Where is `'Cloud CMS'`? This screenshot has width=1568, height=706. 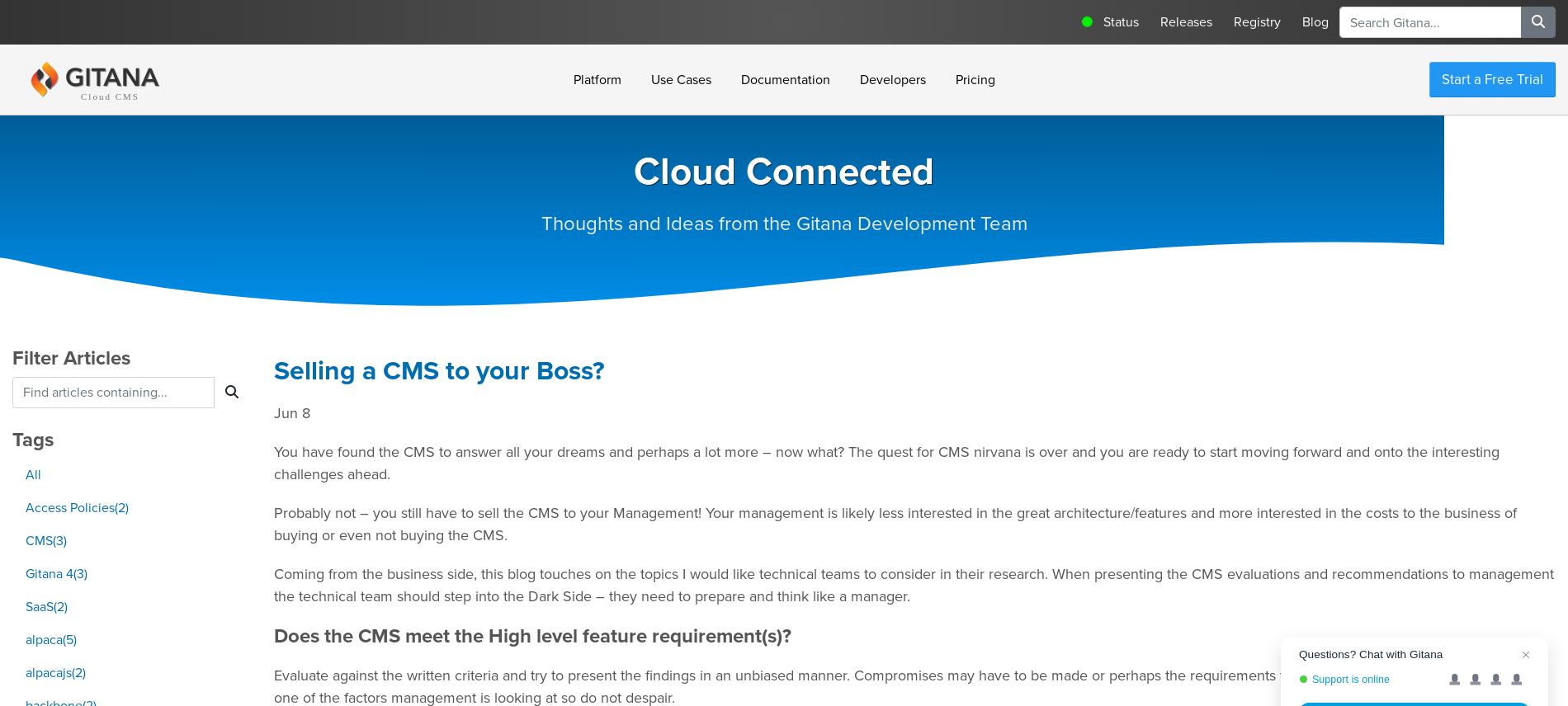 'Cloud CMS' is located at coordinates (81, 96).